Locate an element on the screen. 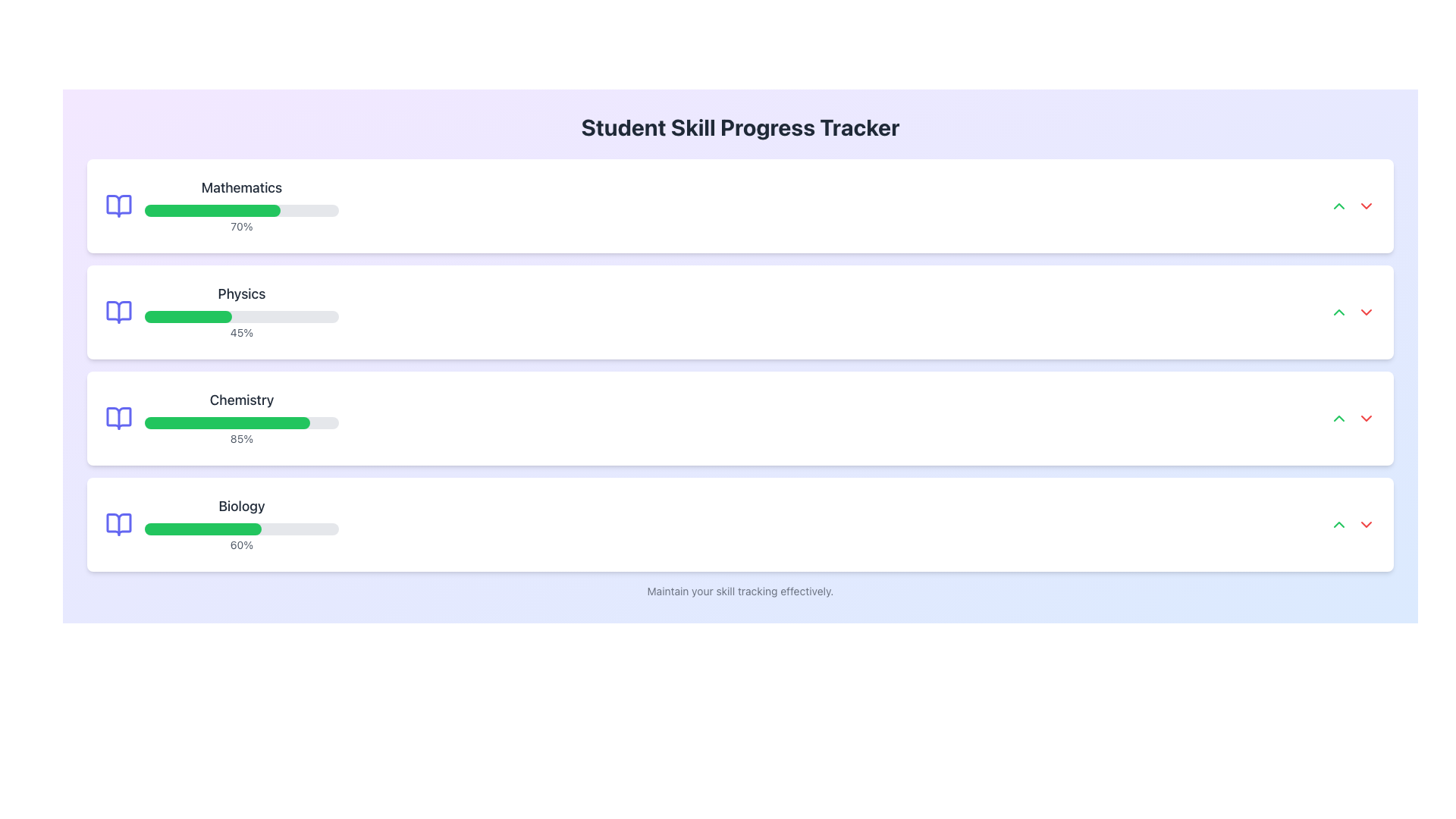  the text label displaying the percentage progress of 70% in the 'Mathematics' section, located below the green progress bar is located at coordinates (240, 226).